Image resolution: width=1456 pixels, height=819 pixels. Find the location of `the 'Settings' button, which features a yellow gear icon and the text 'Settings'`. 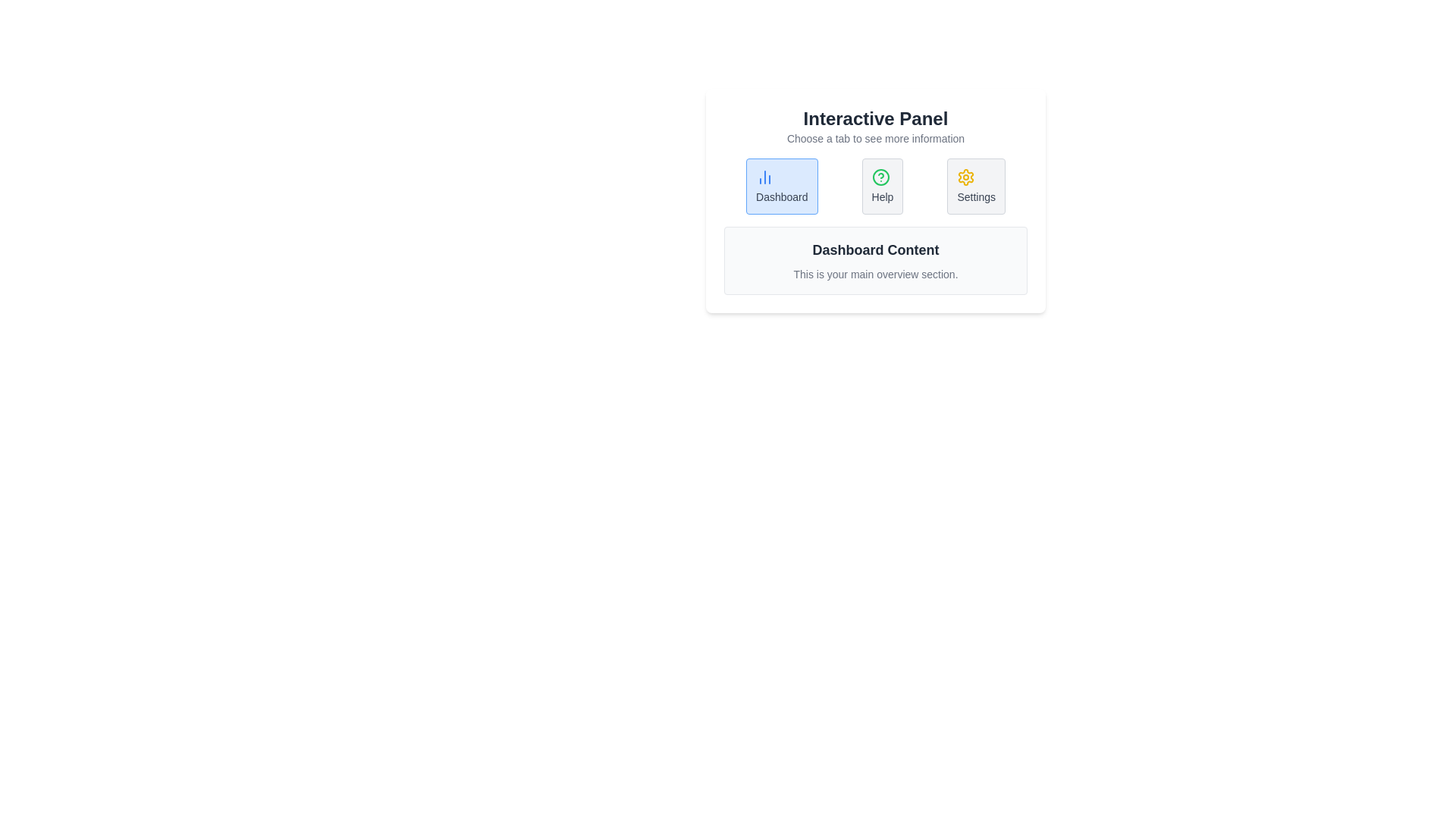

the 'Settings' button, which features a yellow gear icon and the text 'Settings' is located at coordinates (976, 186).